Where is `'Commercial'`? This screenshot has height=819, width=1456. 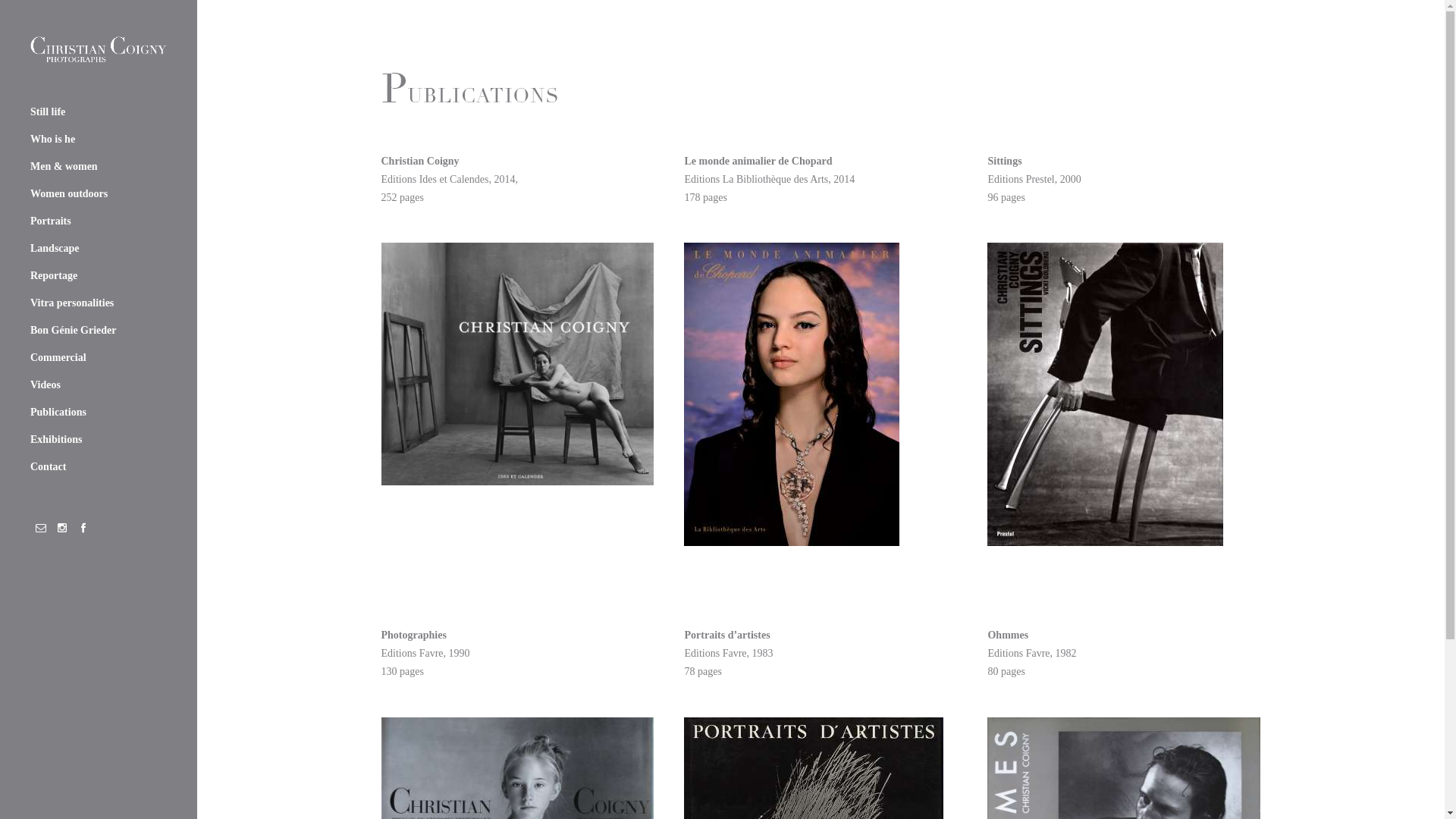 'Commercial' is located at coordinates (30, 357).